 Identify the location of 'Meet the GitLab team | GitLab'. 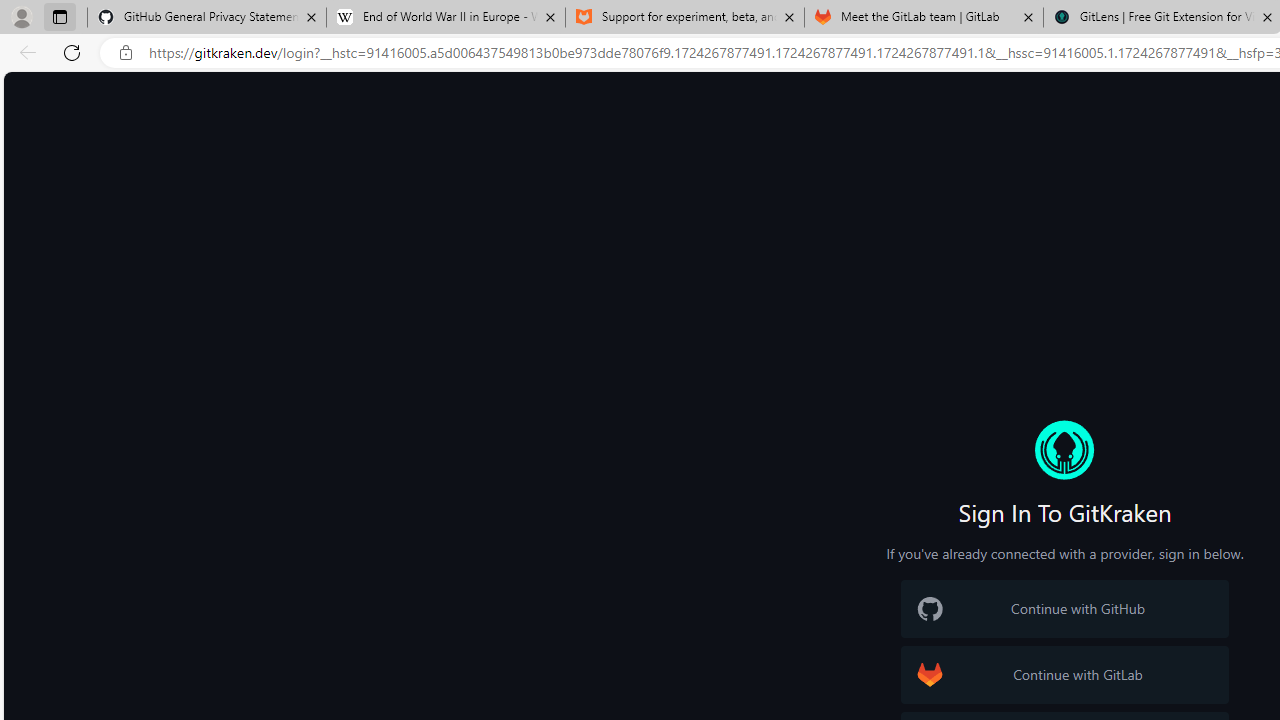
(923, 17).